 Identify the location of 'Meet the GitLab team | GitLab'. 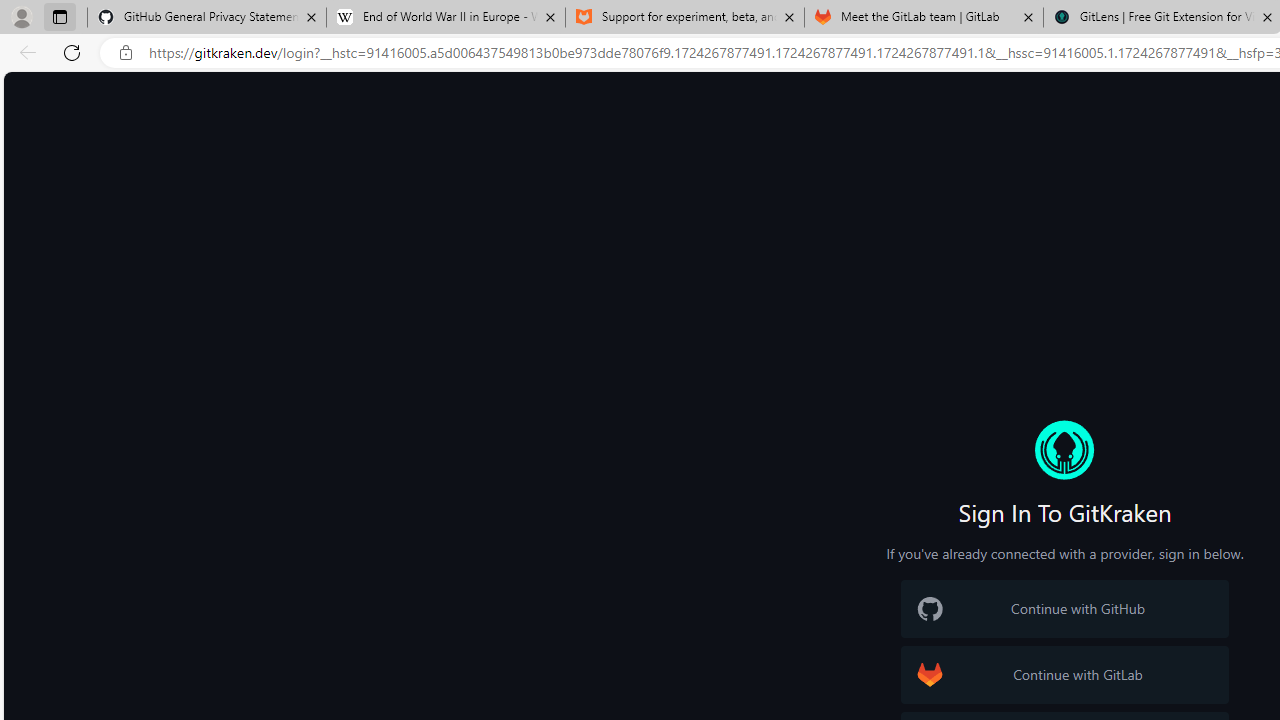
(923, 17).